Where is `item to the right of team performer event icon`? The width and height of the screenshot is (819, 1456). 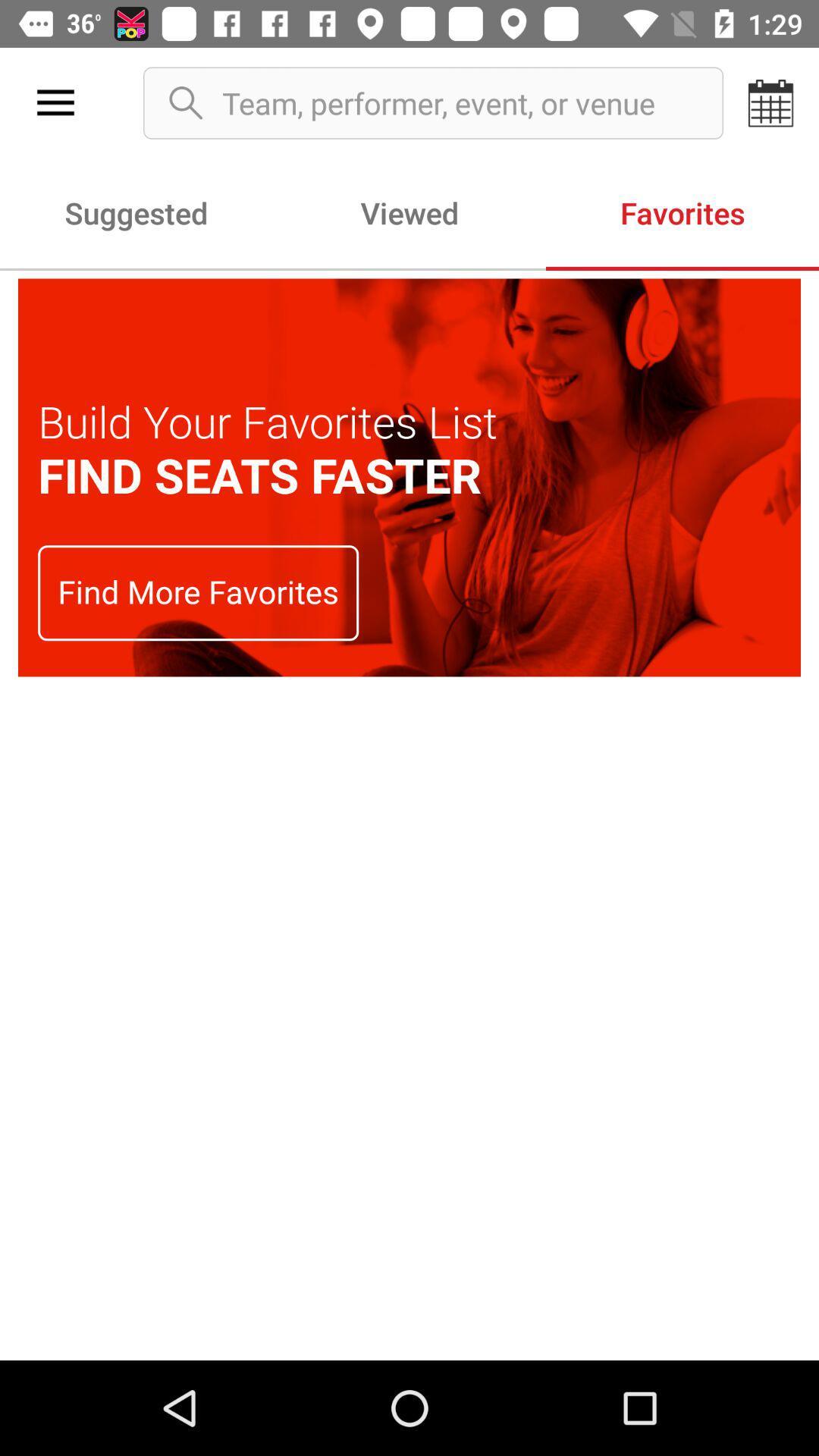
item to the right of team performer event icon is located at coordinates (771, 102).